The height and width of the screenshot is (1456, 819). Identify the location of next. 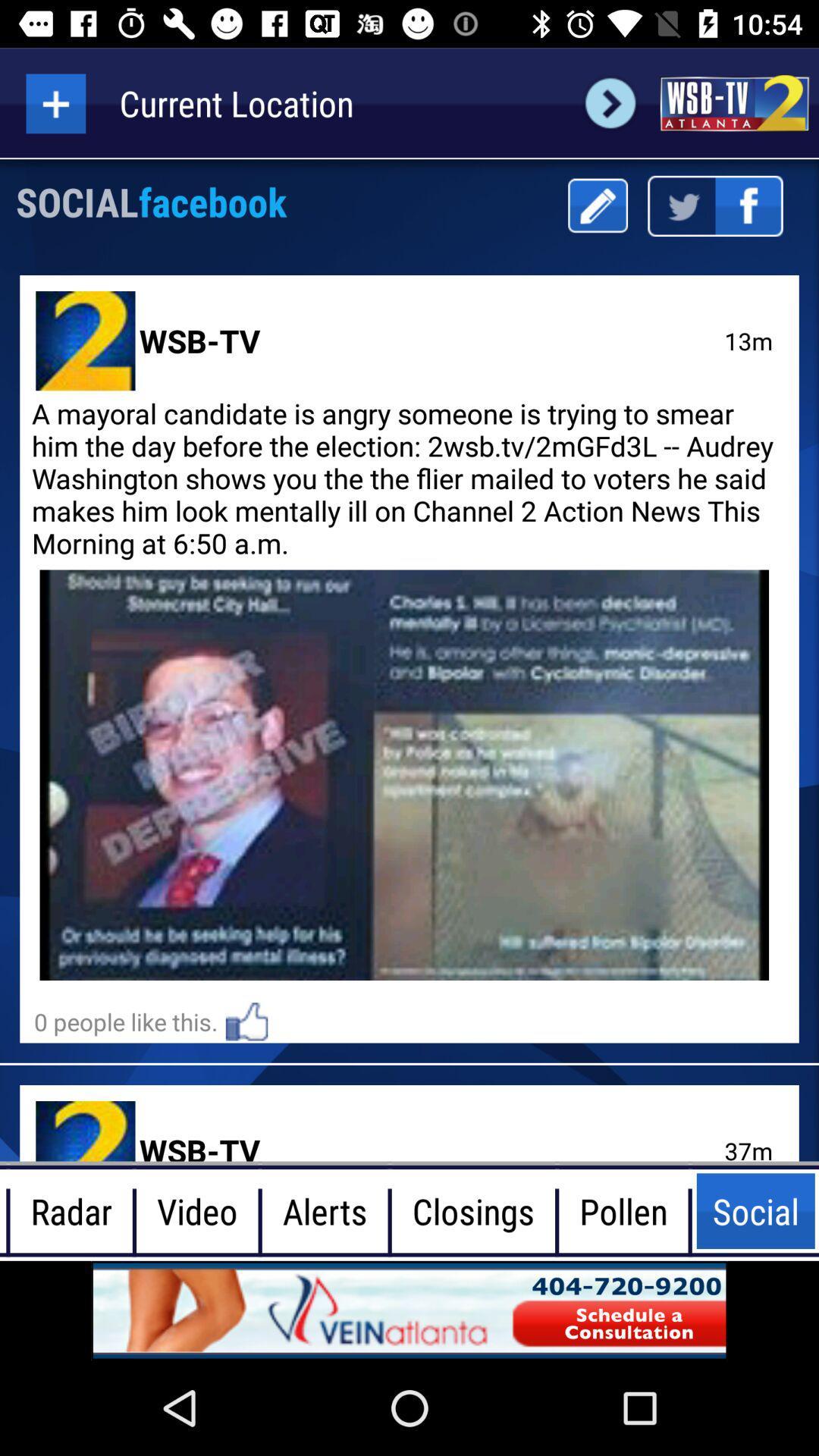
(610, 102).